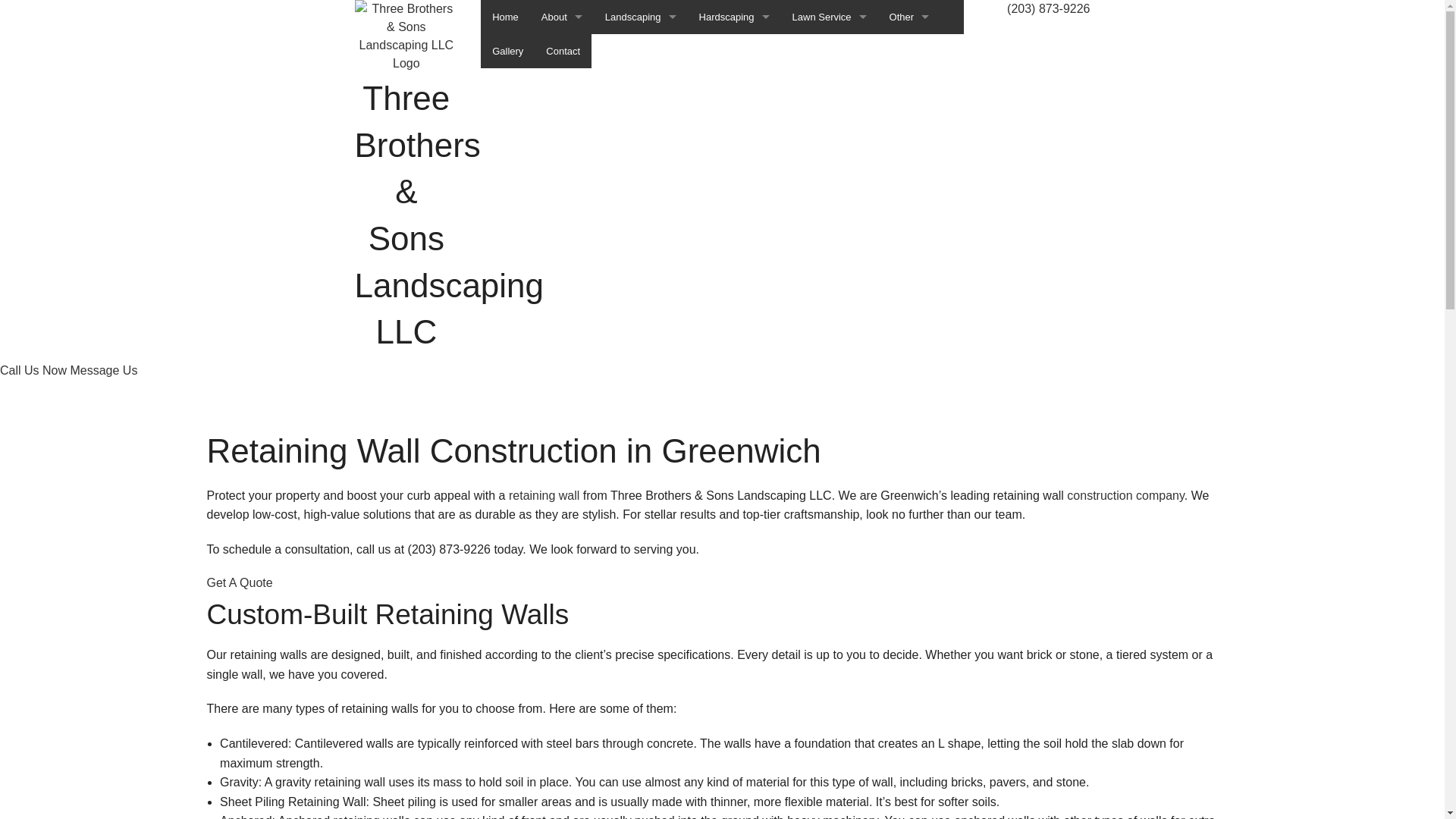  I want to click on '(203) 873-9226', so click(1047, 8).